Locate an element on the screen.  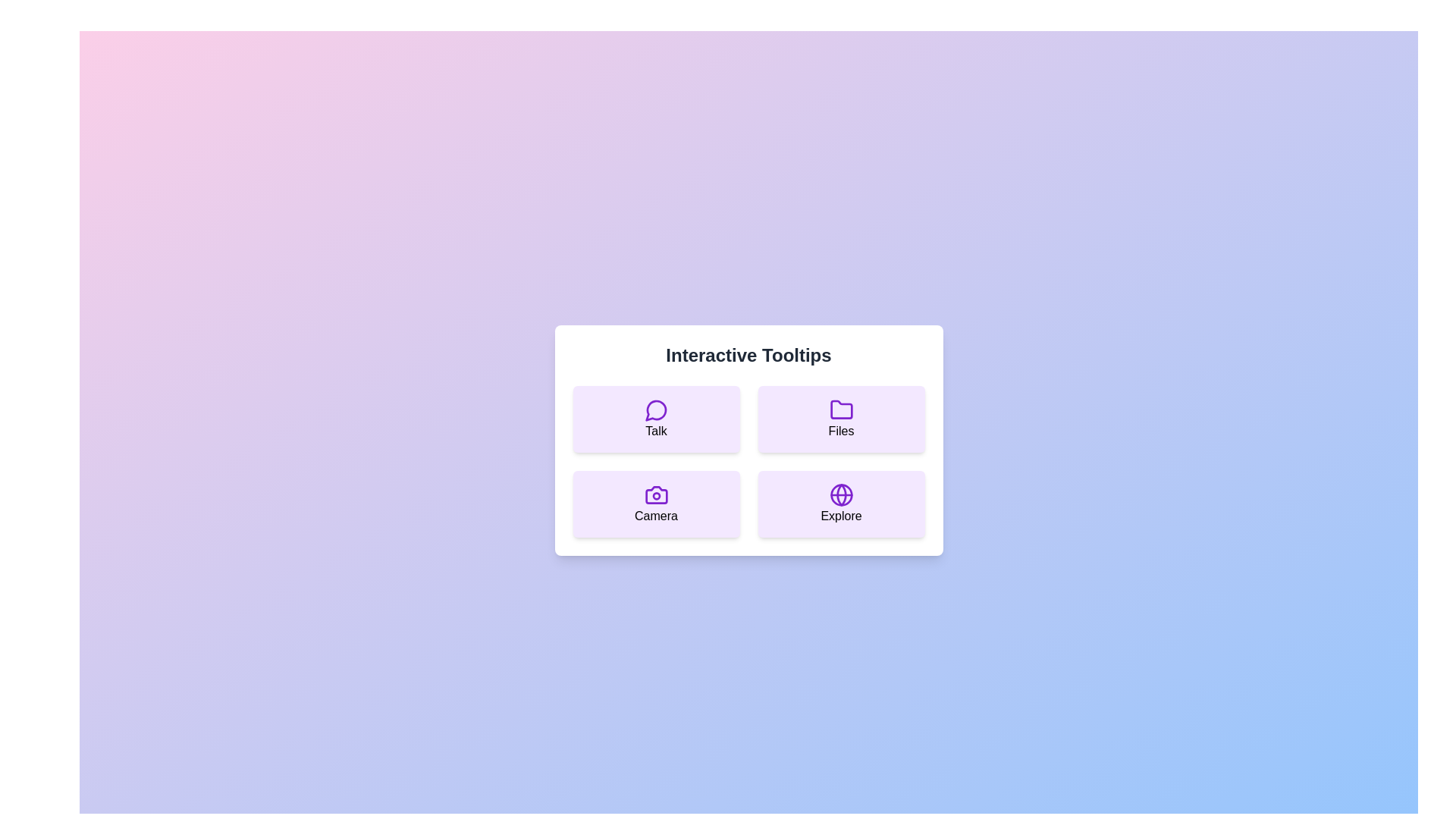
the Decorative placeholder button located in the bottom-right quadrant of the grid layout, which is the fourth button in the sequence, used to indicate the 'Explore' feature is located at coordinates (840, 504).